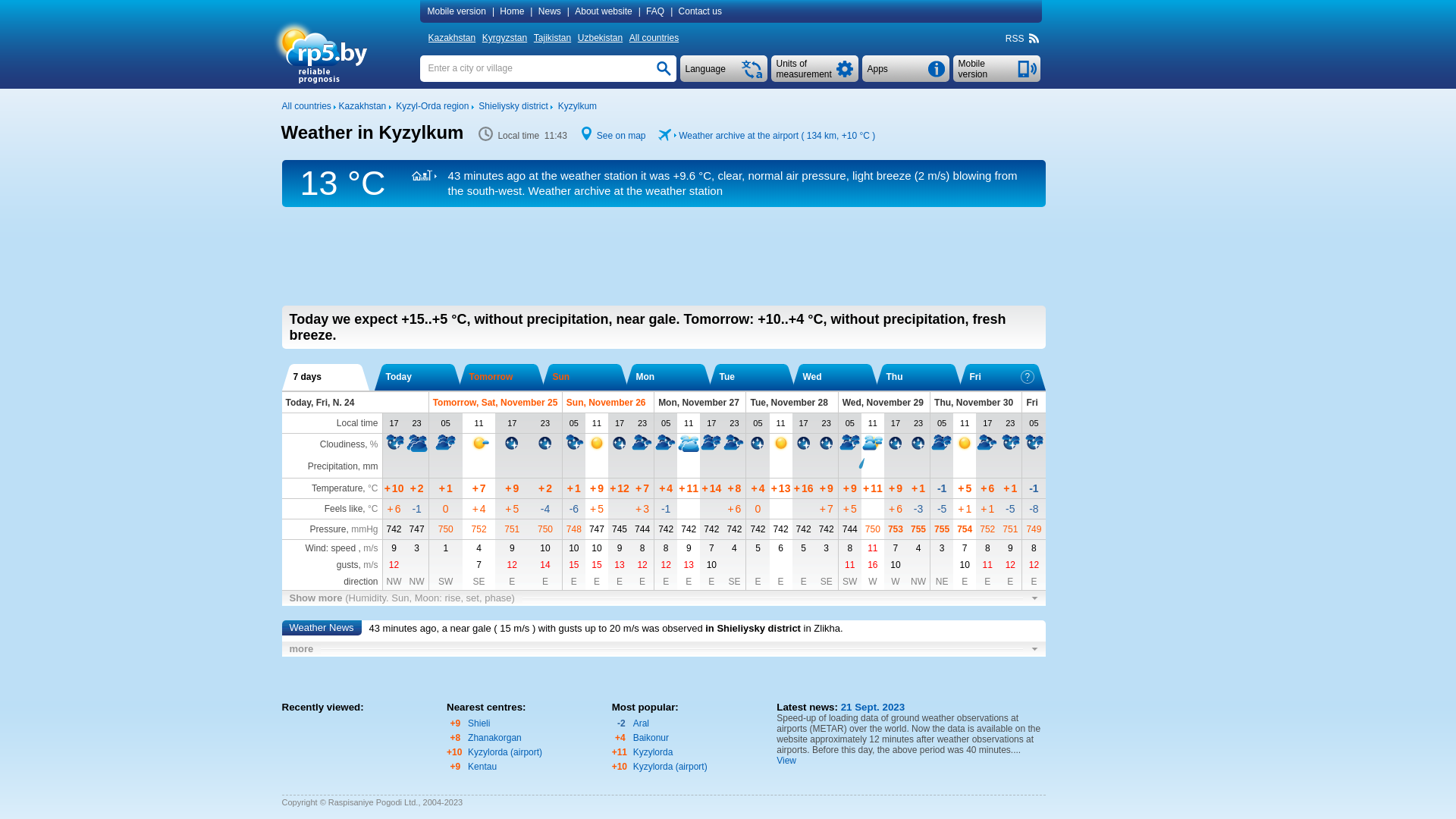  What do you see at coordinates (340, 548) in the screenshot?
I see `'Wind: speed , m/s'` at bounding box center [340, 548].